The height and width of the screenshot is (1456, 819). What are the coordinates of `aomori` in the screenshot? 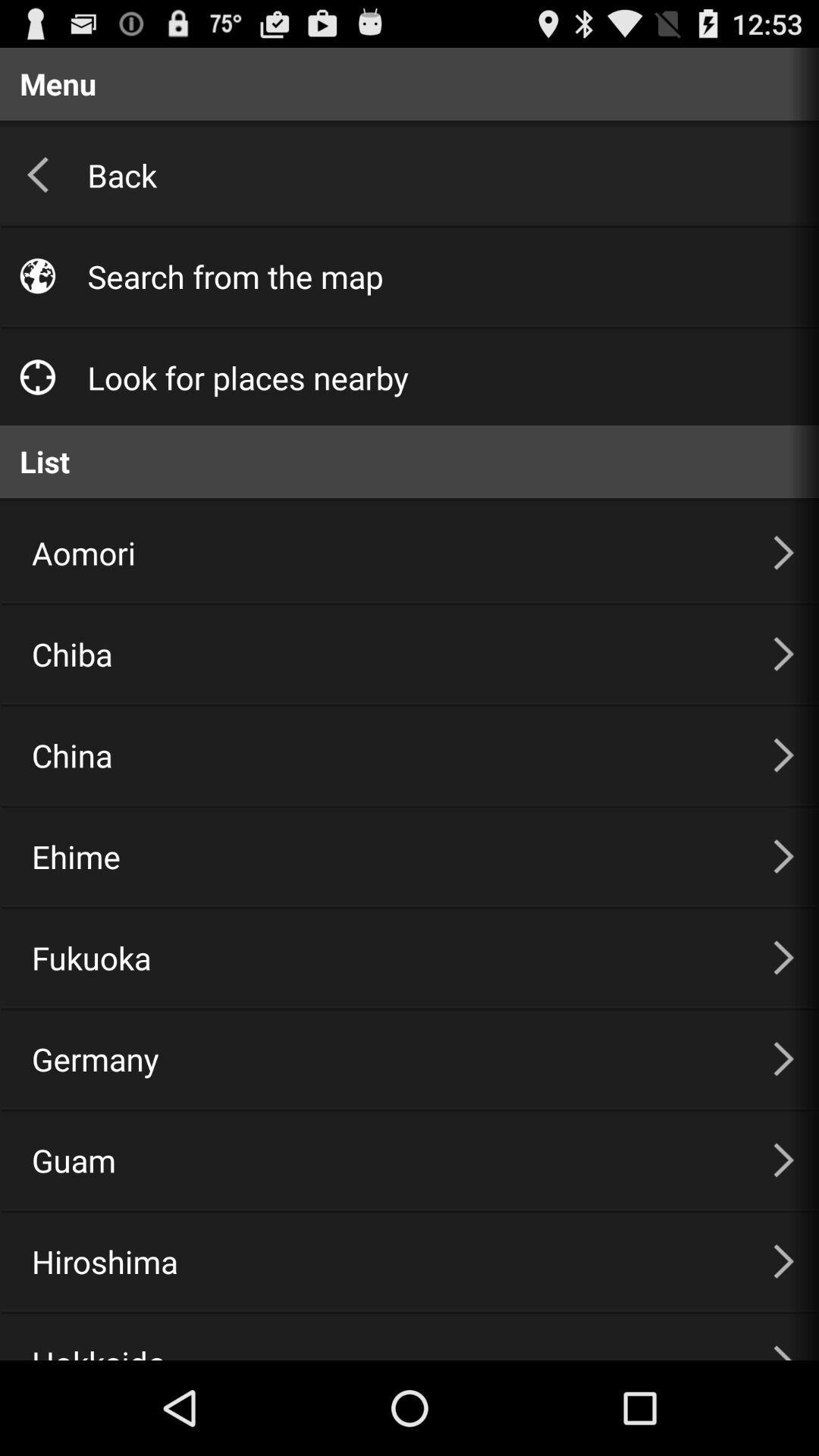 It's located at (383, 552).